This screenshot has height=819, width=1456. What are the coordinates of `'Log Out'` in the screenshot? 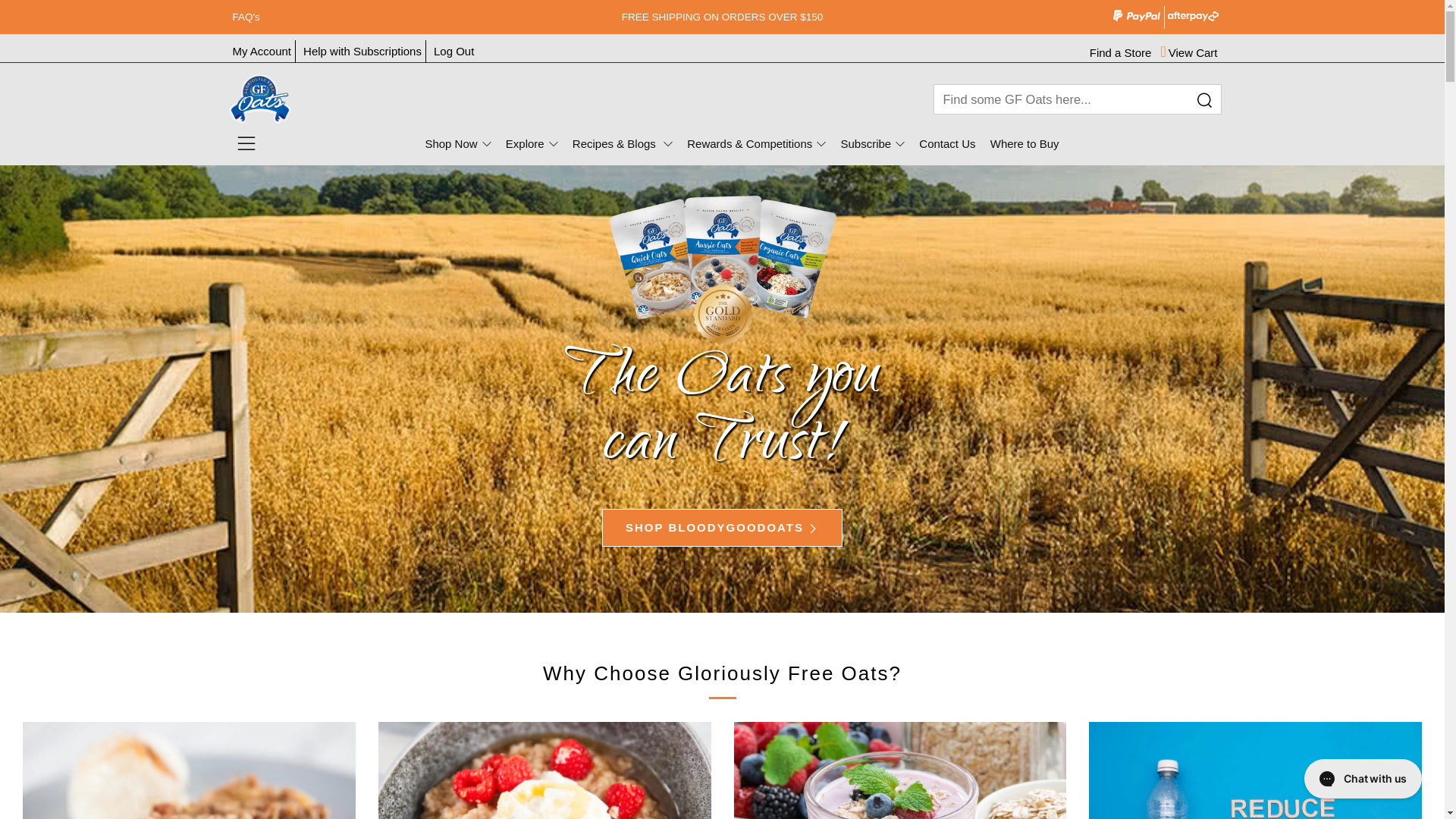 It's located at (453, 50).